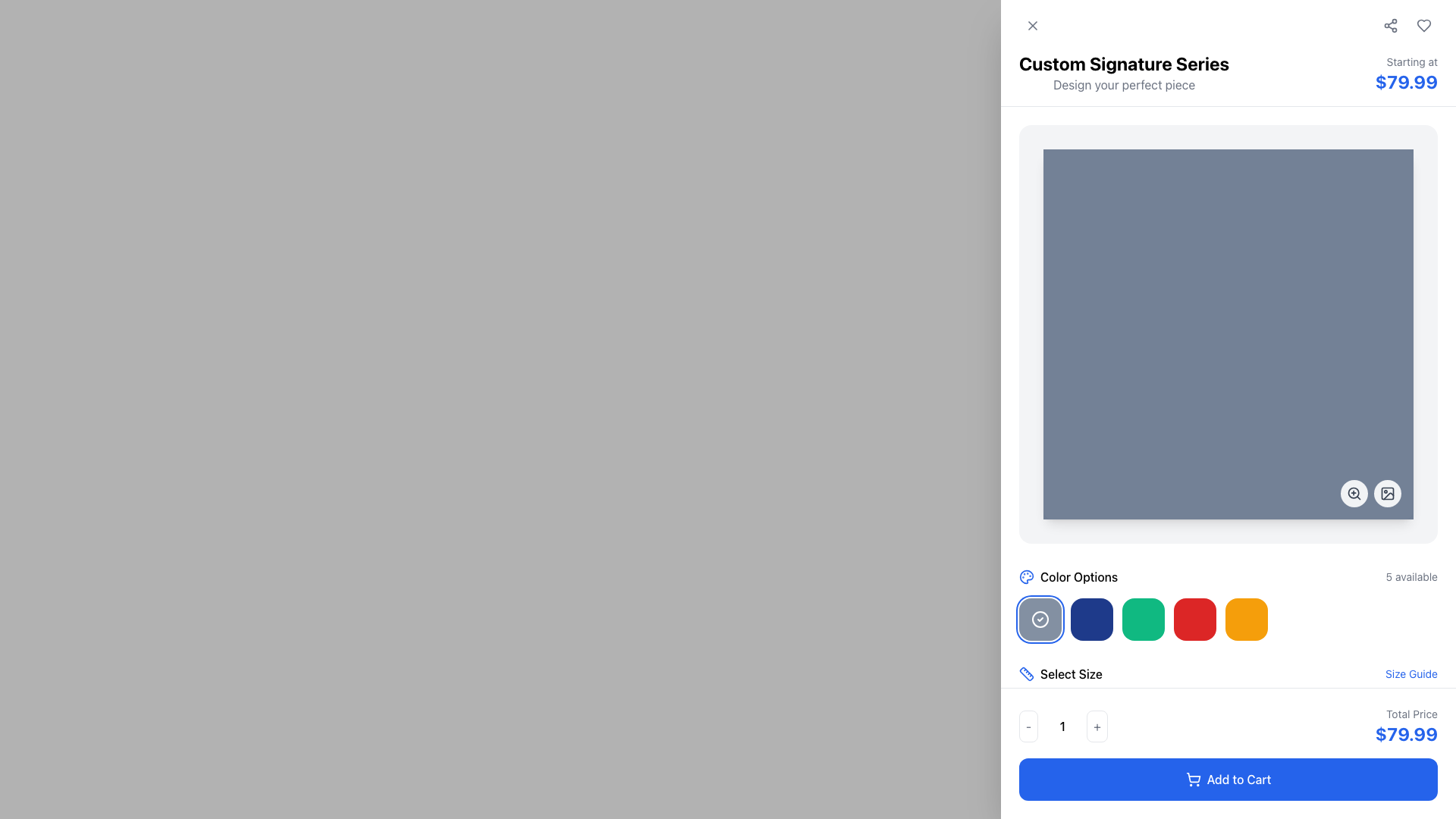  What do you see at coordinates (1143, 620) in the screenshot?
I see `the emerald green button labeled 'Emerald', which is the third button in a row of five color selection buttons` at bounding box center [1143, 620].